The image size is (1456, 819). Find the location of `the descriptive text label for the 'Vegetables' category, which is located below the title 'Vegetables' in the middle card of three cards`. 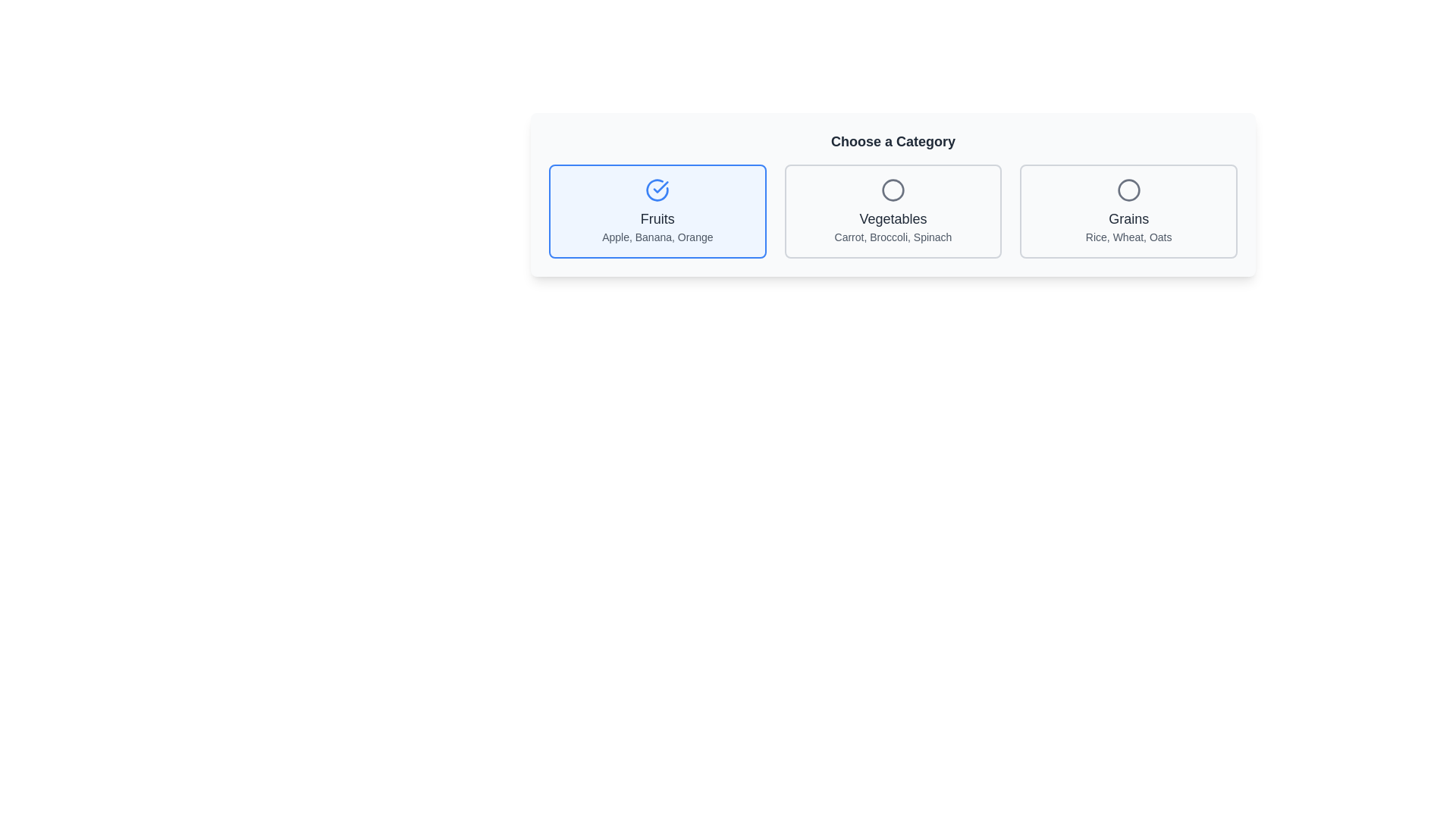

the descriptive text label for the 'Vegetables' category, which is located below the title 'Vegetables' in the middle card of three cards is located at coordinates (893, 237).